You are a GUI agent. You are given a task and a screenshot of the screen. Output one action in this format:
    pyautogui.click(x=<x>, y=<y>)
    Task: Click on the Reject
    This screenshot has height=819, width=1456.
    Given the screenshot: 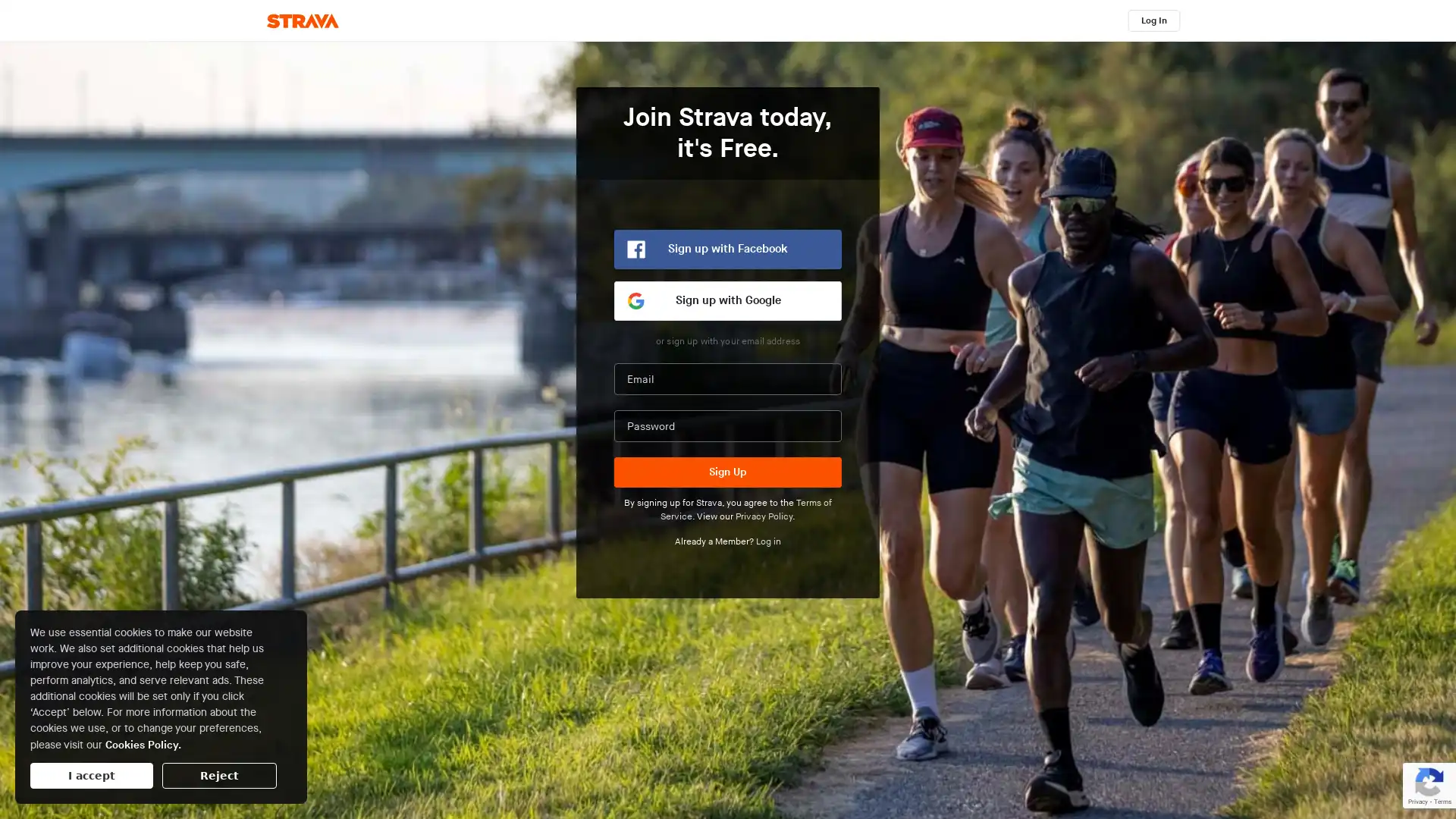 What is the action you would take?
    pyautogui.click(x=218, y=775)
    